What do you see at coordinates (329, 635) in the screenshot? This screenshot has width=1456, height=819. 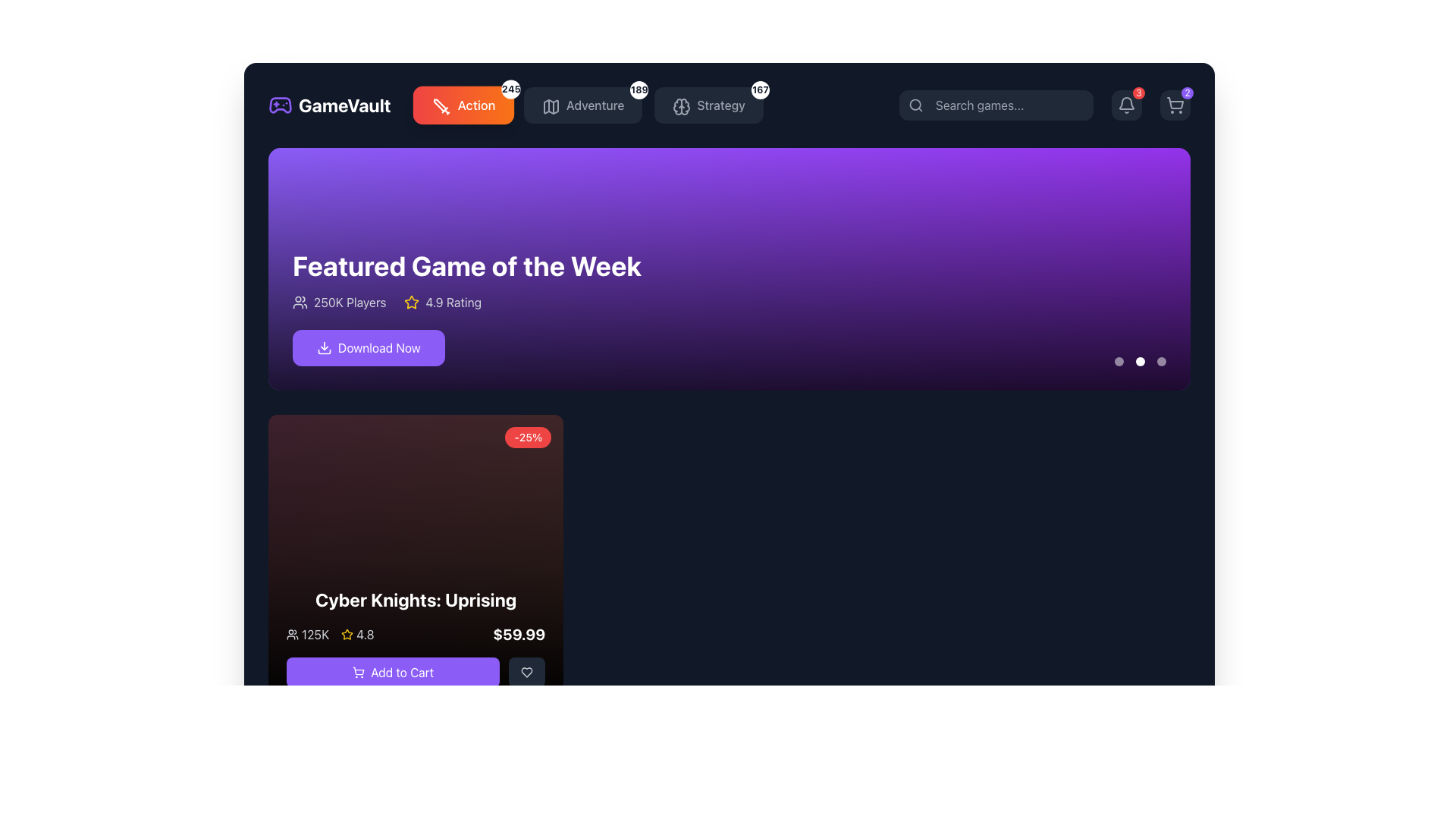 I see `the user-related statistics and ratings information display component located beneath the 'Cyber Knights: Uprising' title and to the left of the price '$59.99'` at bounding box center [329, 635].